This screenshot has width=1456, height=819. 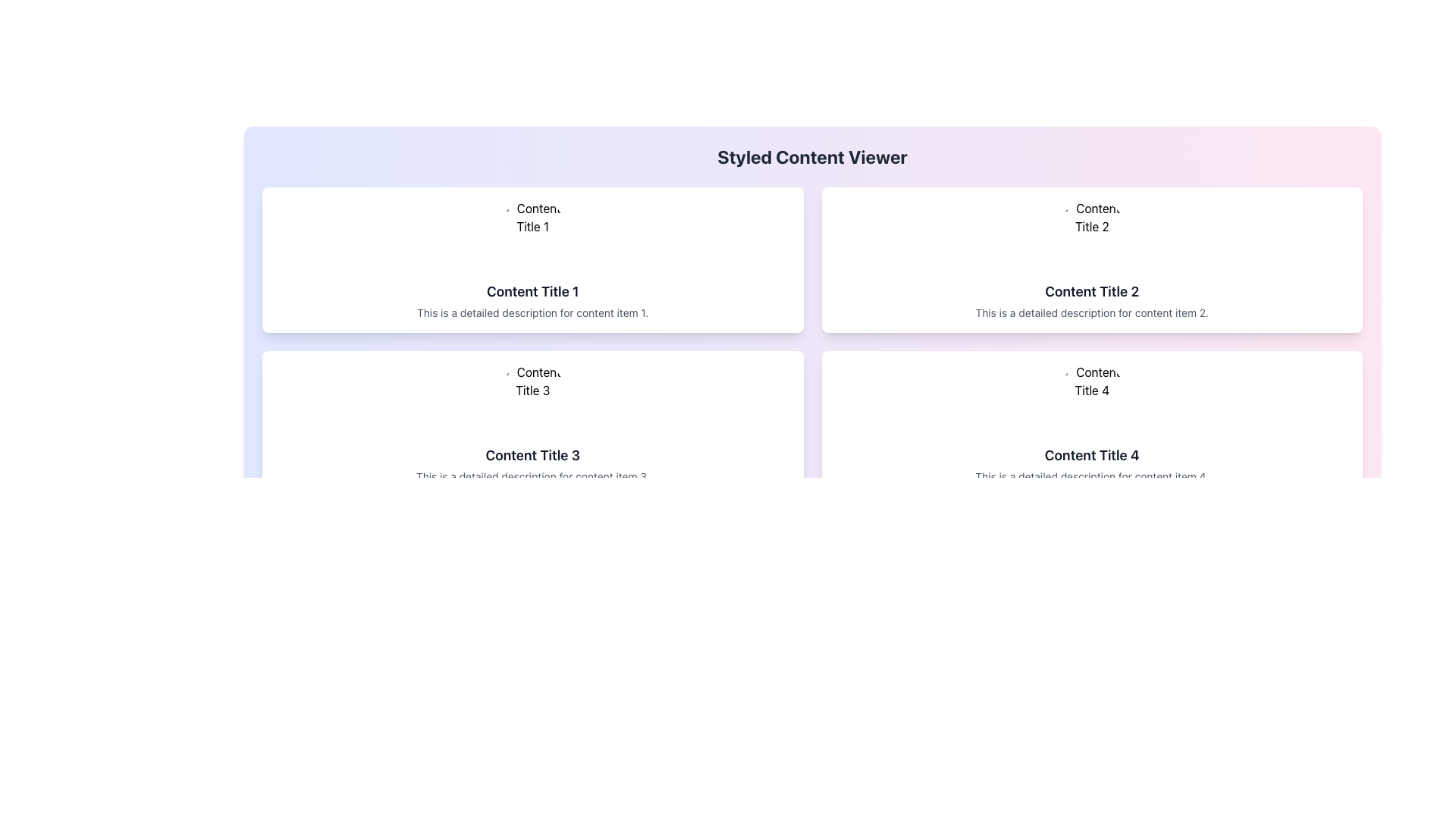 I want to click on the circular image representing 'Content Title 2', so click(x=1092, y=236).